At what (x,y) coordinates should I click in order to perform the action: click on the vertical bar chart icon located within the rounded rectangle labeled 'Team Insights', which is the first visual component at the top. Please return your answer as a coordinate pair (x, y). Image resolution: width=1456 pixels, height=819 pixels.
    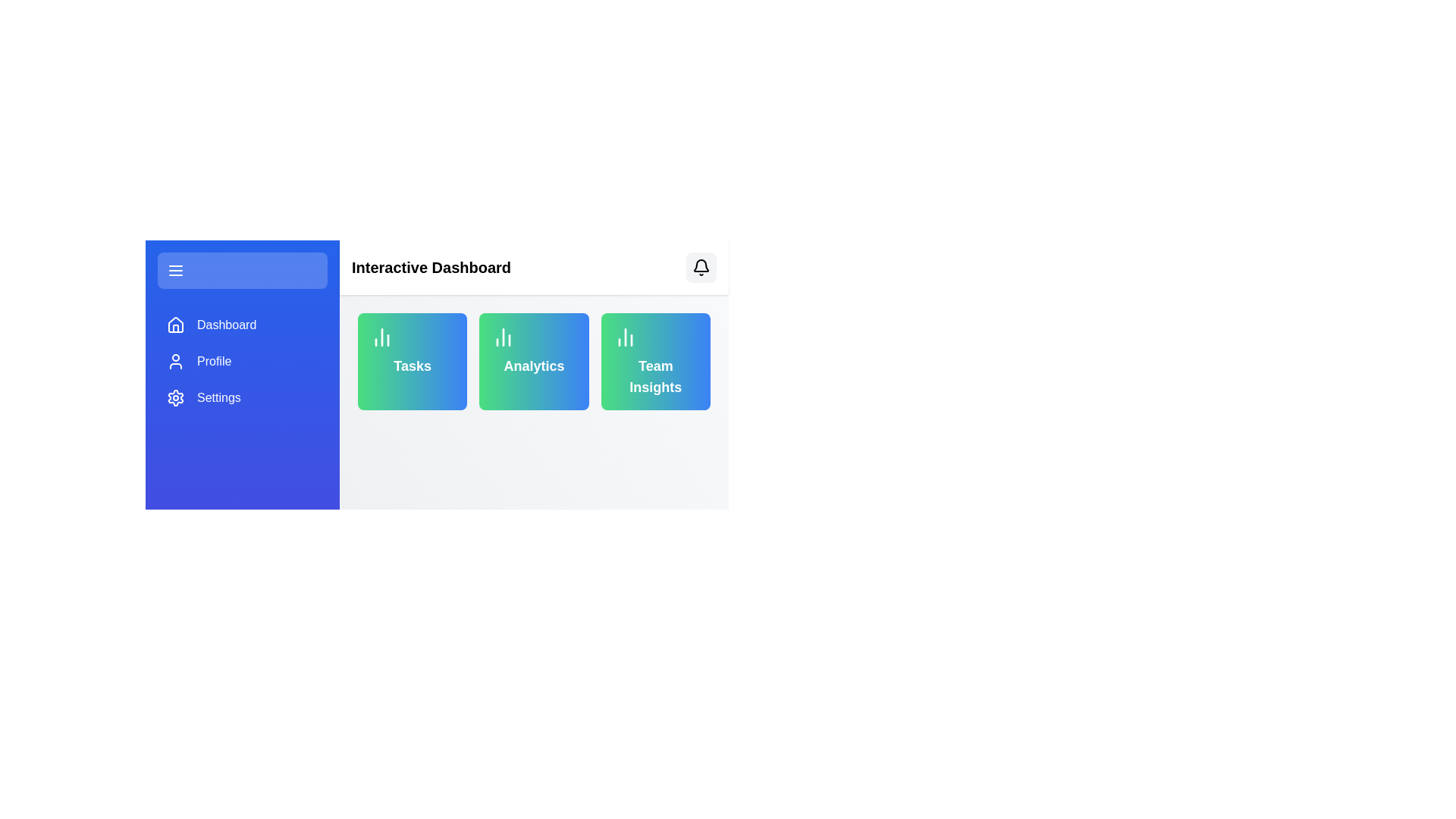
    Looking at the image, I should click on (625, 336).